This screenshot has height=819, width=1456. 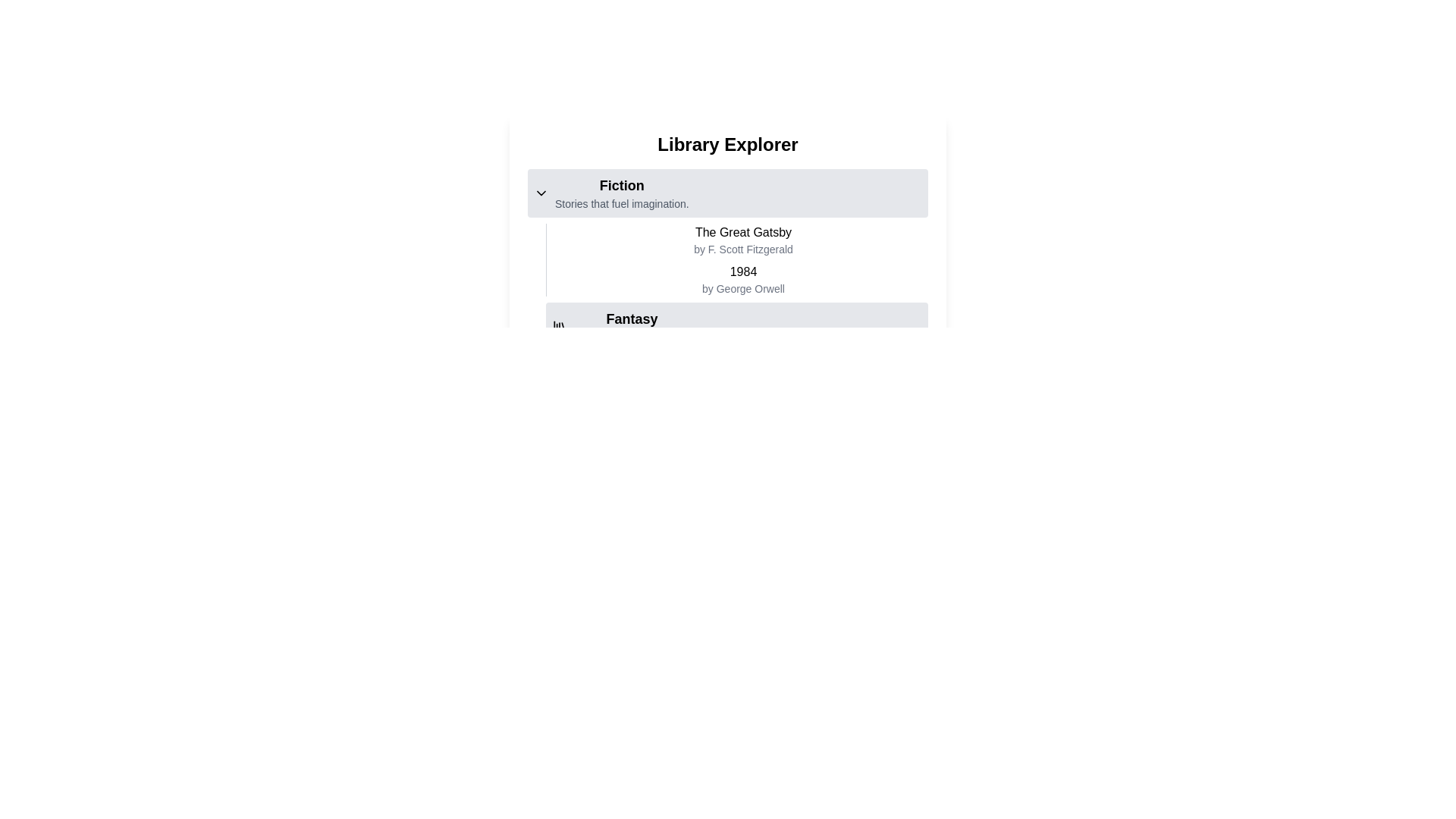 What do you see at coordinates (736, 326) in the screenshot?
I see `the 'Fantasy' list item` at bounding box center [736, 326].